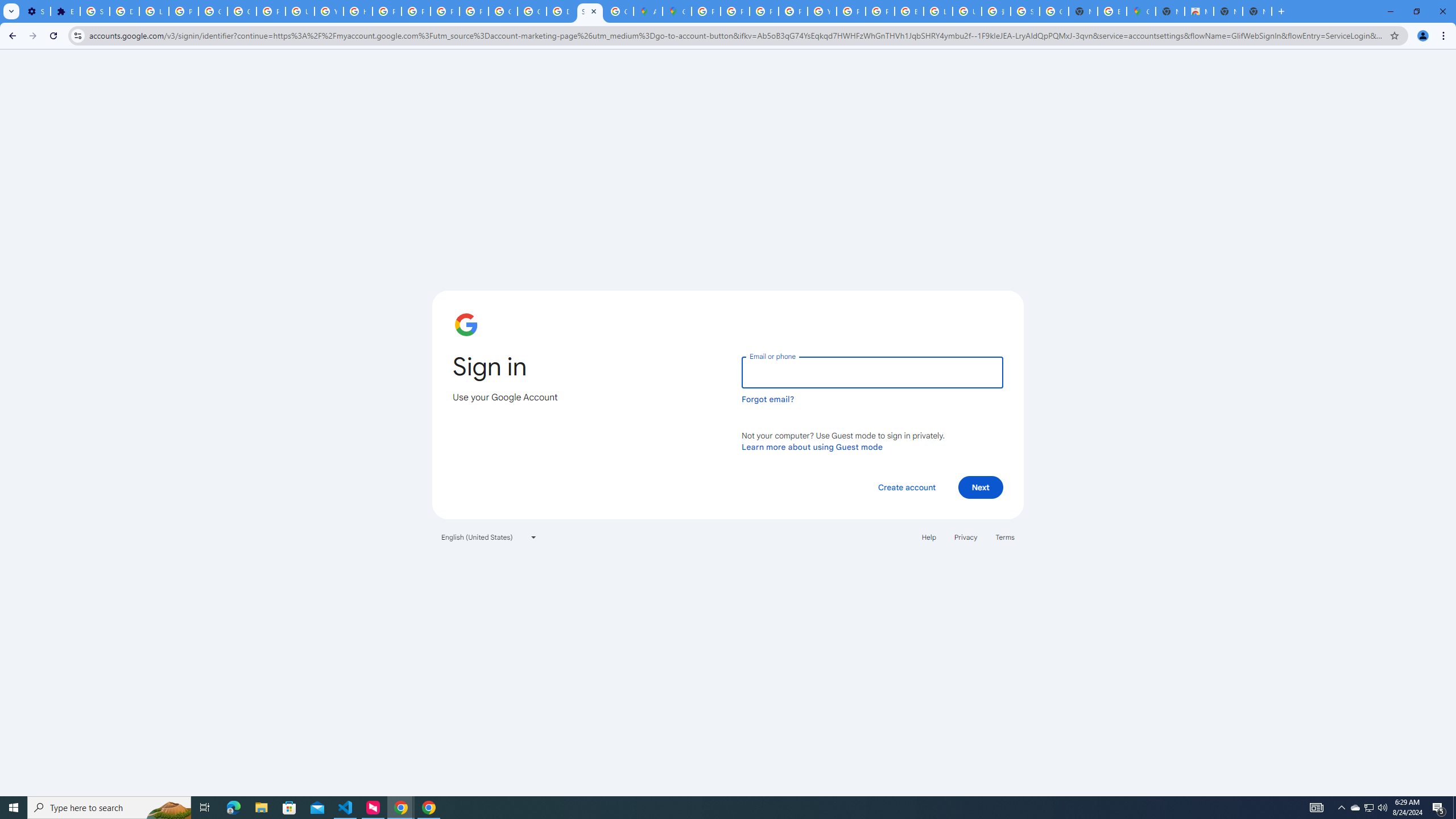  What do you see at coordinates (1444, 35) in the screenshot?
I see `'Chrome'` at bounding box center [1444, 35].